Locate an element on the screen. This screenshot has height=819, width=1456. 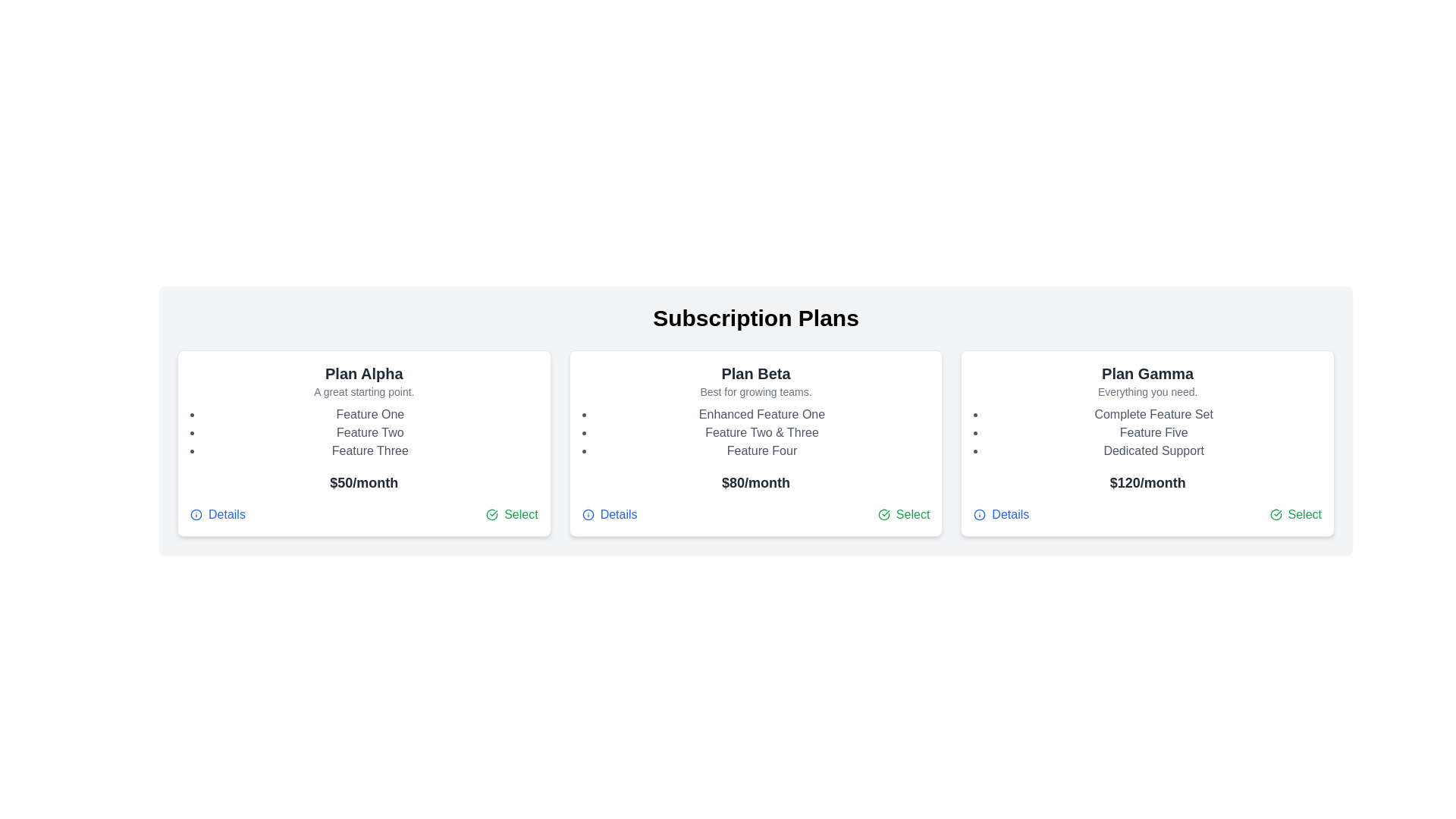
the third content block in the 'Plan Beta' card, located between the subtitle 'Best for growing teams.' and the price tag '$80/month.' is located at coordinates (761, 432).